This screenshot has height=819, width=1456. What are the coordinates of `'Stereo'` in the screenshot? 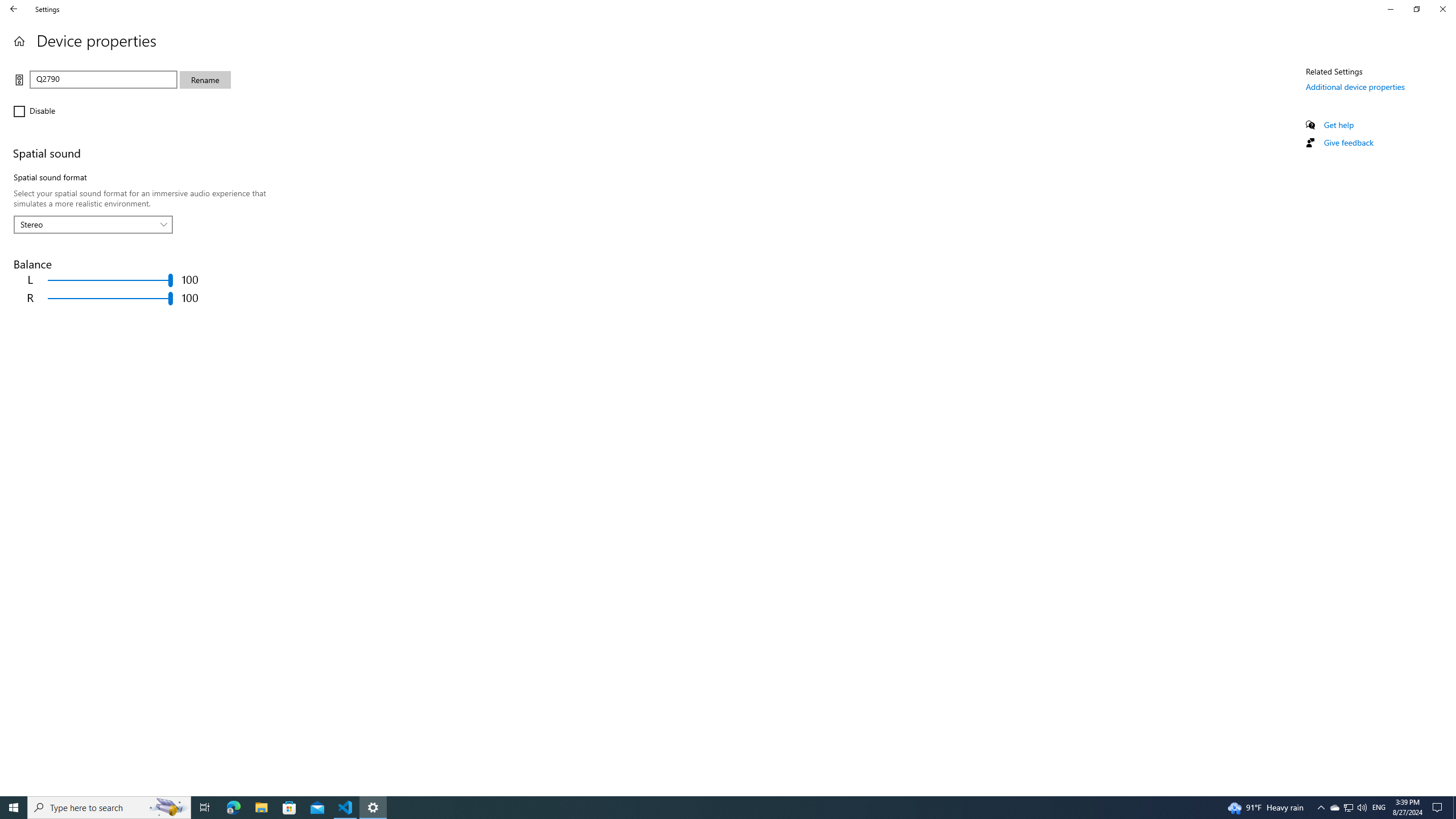 It's located at (86, 224).